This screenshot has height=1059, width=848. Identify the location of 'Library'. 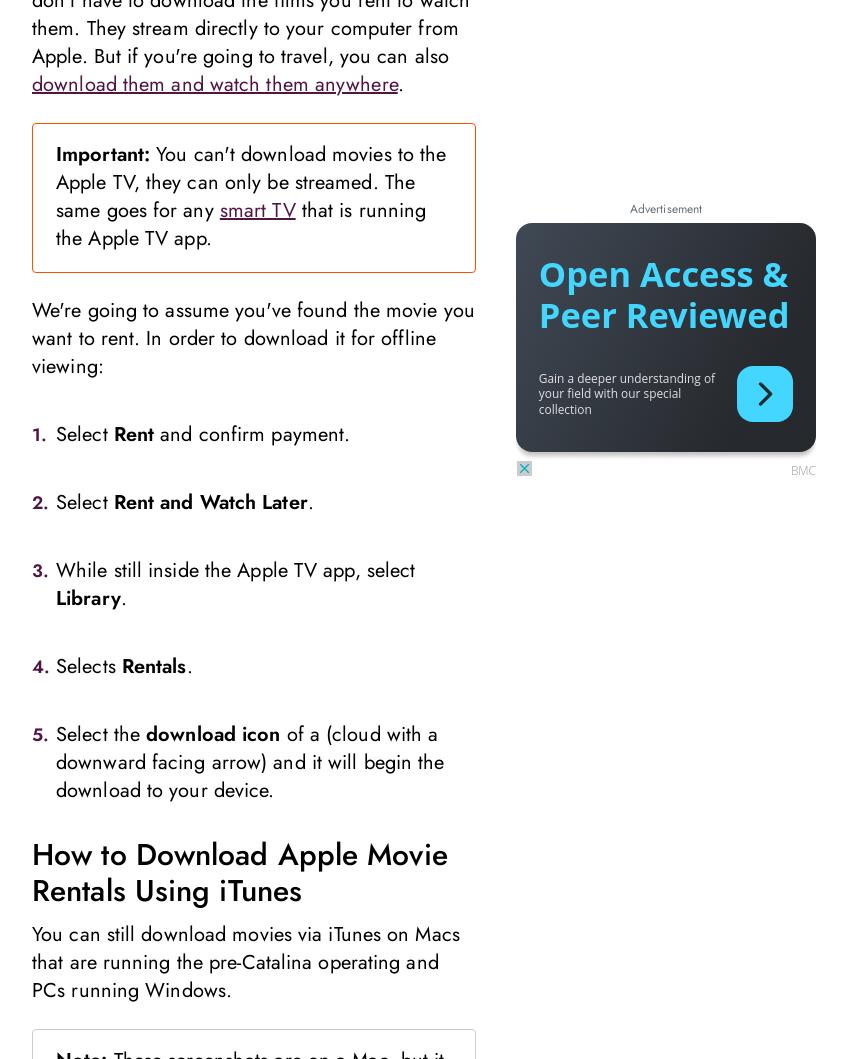
(88, 596).